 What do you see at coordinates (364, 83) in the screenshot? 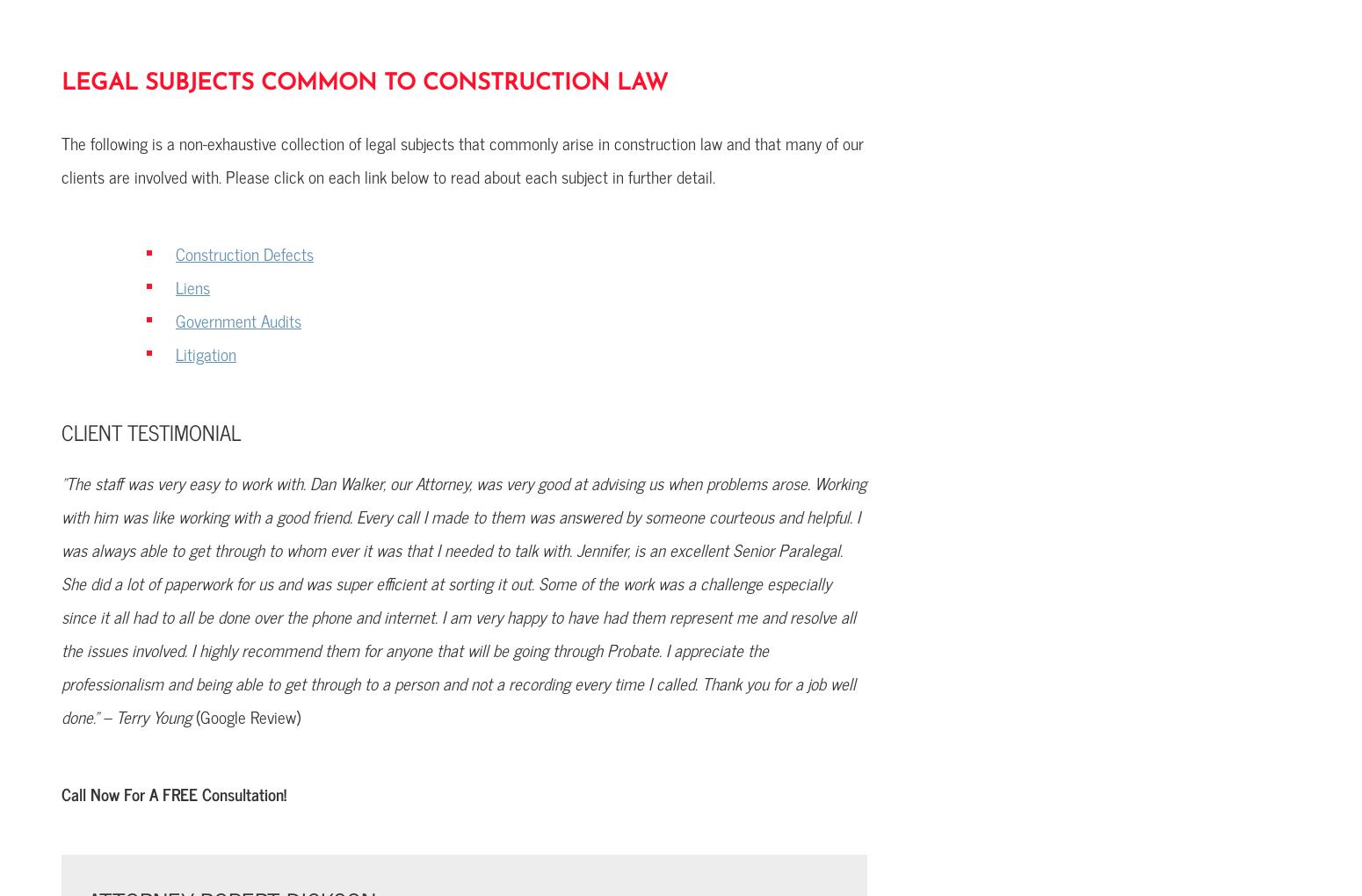
I see `'Legal Subjects Common to Construction Law'` at bounding box center [364, 83].